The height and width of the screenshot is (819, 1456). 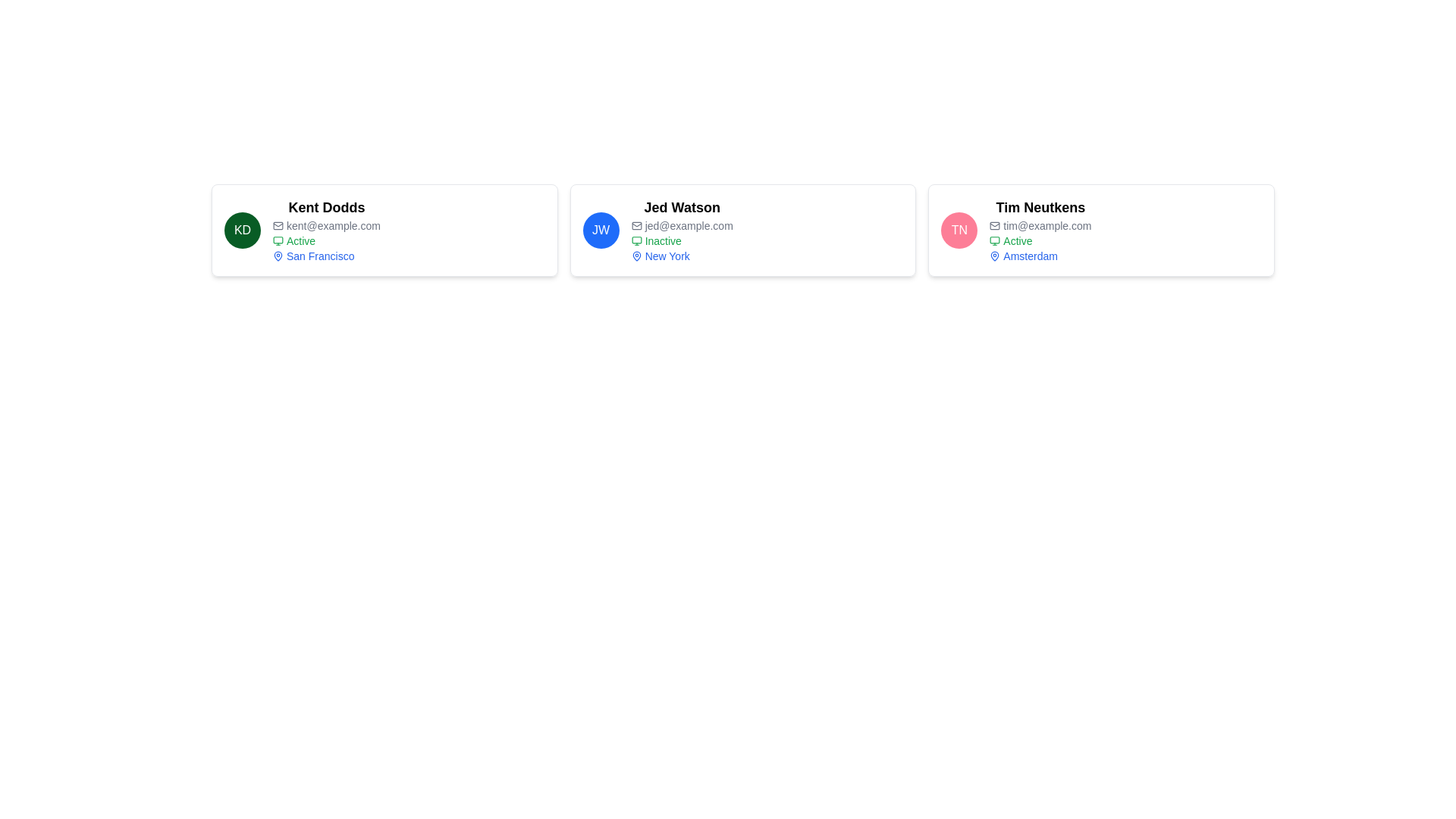 What do you see at coordinates (995, 240) in the screenshot?
I see `the green monitor icon located to the left of the 'Active' text within Tim Neutkens' card` at bounding box center [995, 240].